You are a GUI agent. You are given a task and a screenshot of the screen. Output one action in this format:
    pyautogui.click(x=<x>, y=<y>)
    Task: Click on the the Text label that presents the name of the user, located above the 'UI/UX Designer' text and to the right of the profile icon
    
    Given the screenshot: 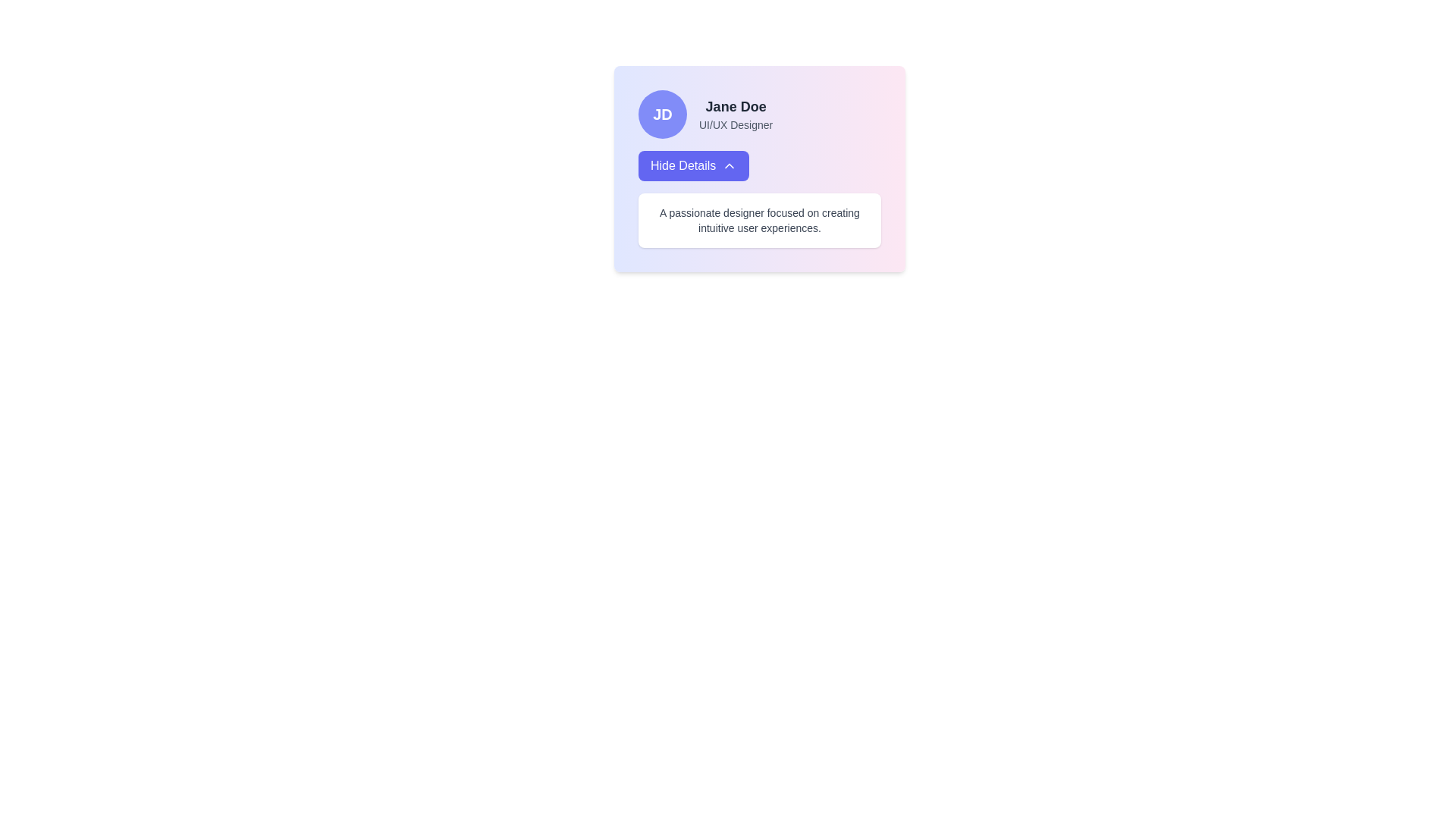 What is the action you would take?
    pyautogui.click(x=736, y=106)
    